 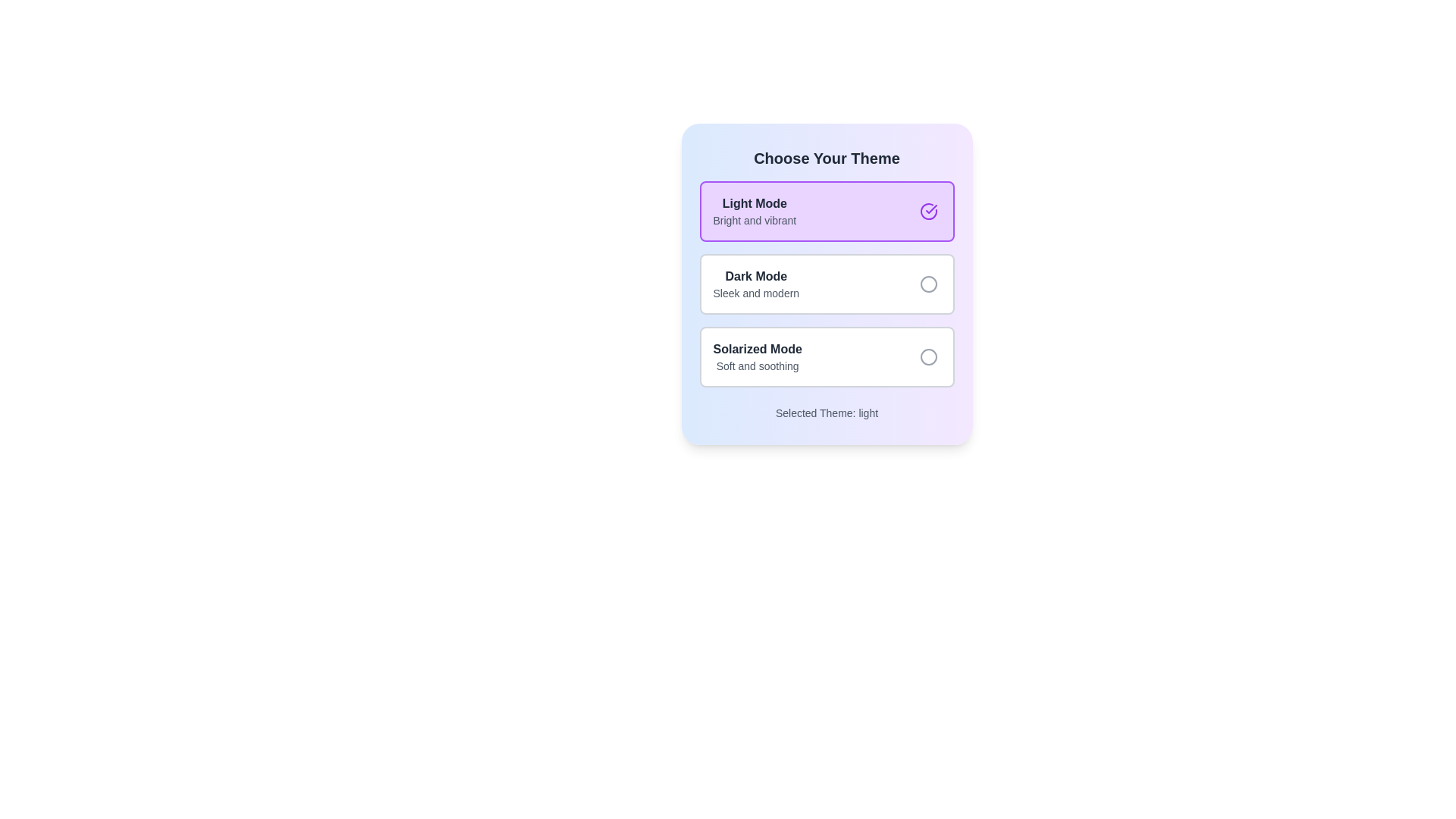 What do you see at coordinates (758, 366) in the screenshot?
I see `the text label displaying 'Soft and soothing', which is located below the 'Solarized Mode' text in the theme selection dialog` at bounding box center [758, 366].